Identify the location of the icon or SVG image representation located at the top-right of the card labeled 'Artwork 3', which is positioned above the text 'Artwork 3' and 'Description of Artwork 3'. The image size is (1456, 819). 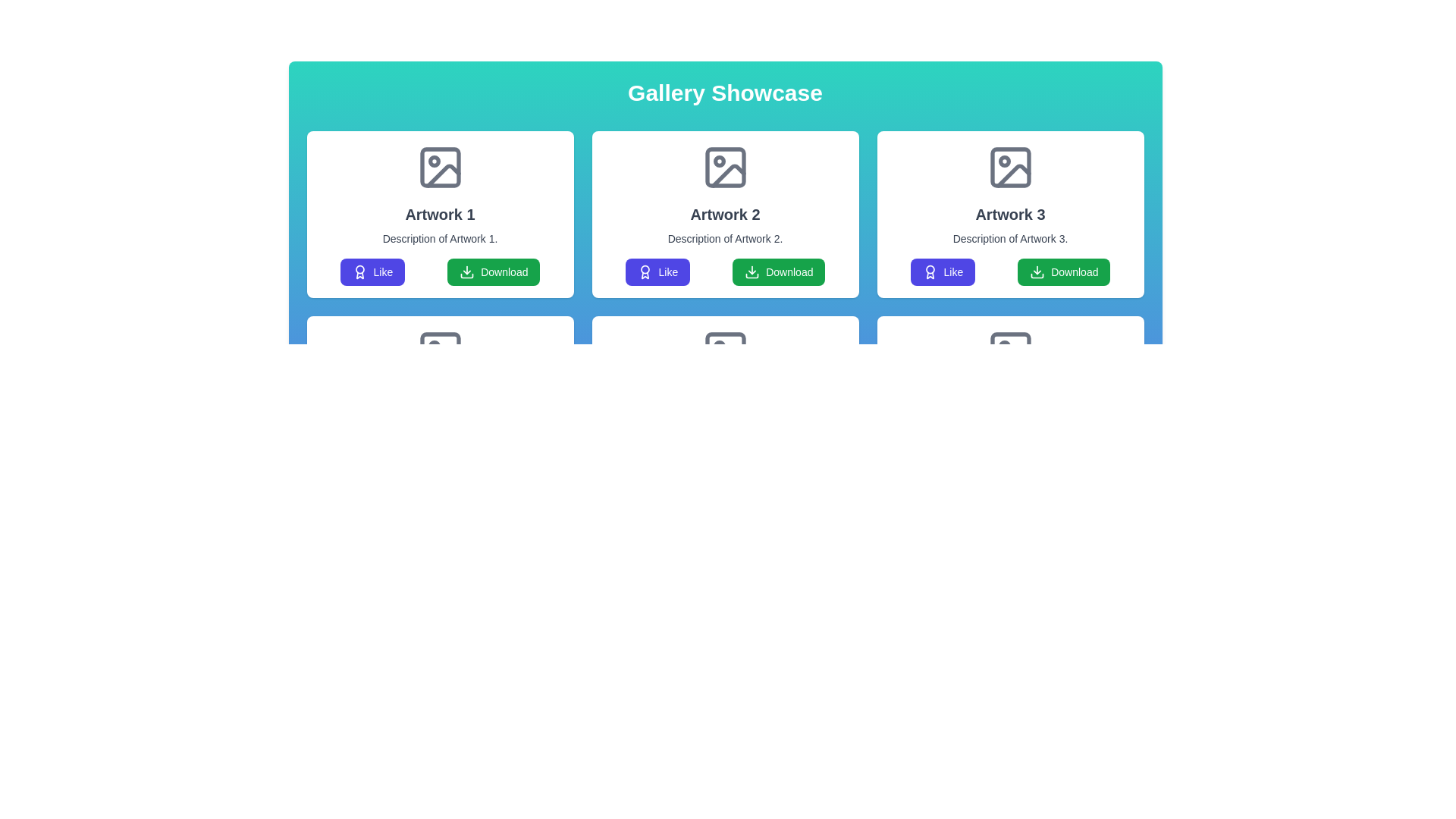
(1010, 167).